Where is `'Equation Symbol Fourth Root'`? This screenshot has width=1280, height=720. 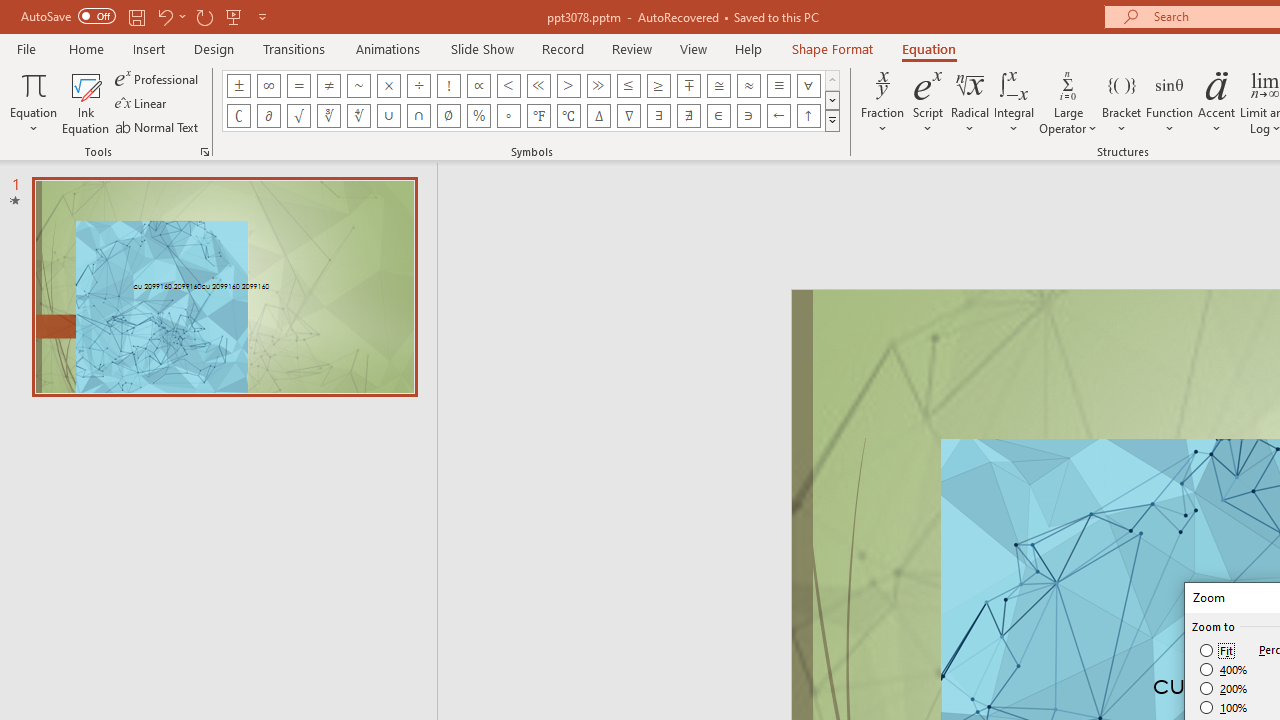
'Equation Symbol Fourth Root' is located at coordinates (359, 115).